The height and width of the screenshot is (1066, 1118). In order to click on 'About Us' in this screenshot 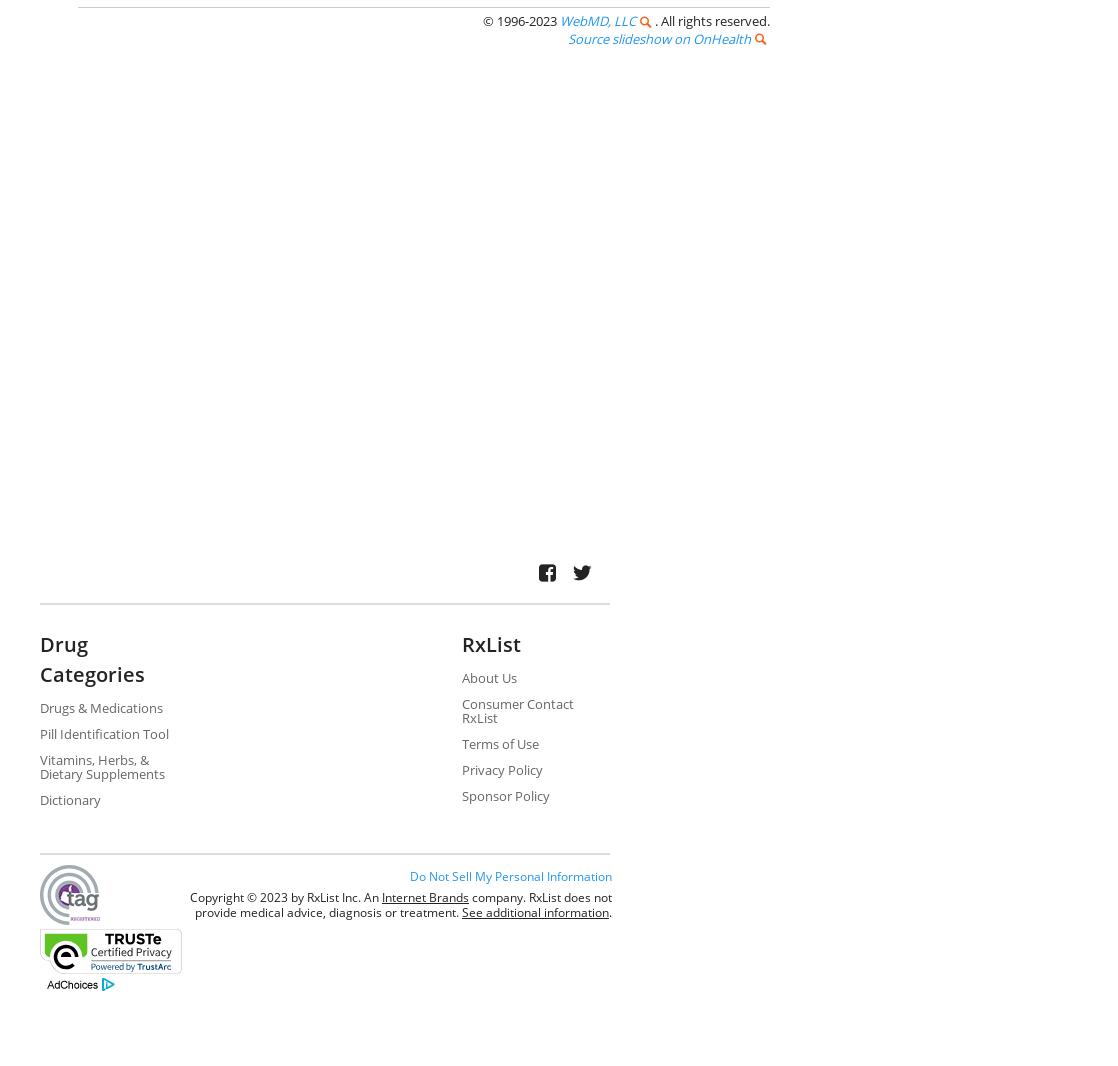, I will do `click(487, 676)`.